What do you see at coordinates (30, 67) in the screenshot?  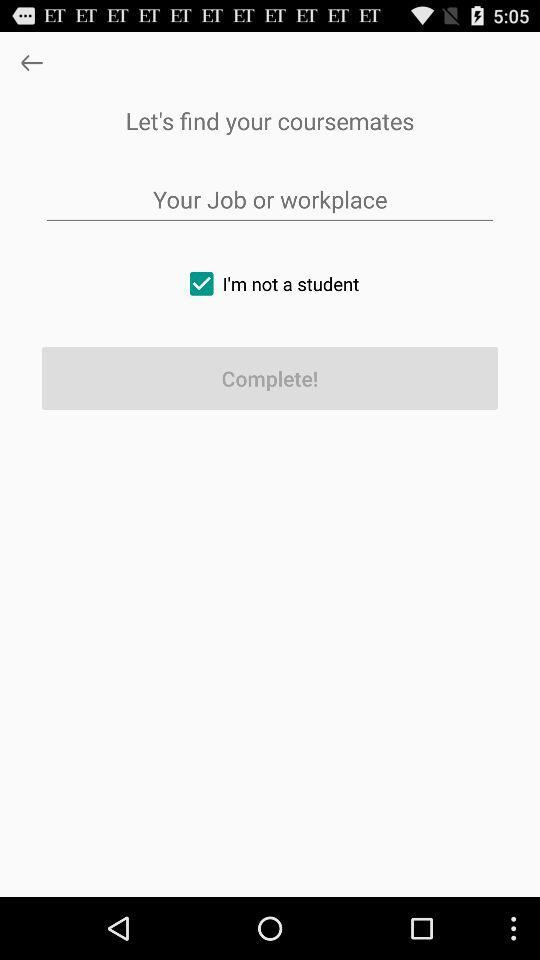 I see `the arrow_backward icon` at bounding box center [30, 67].